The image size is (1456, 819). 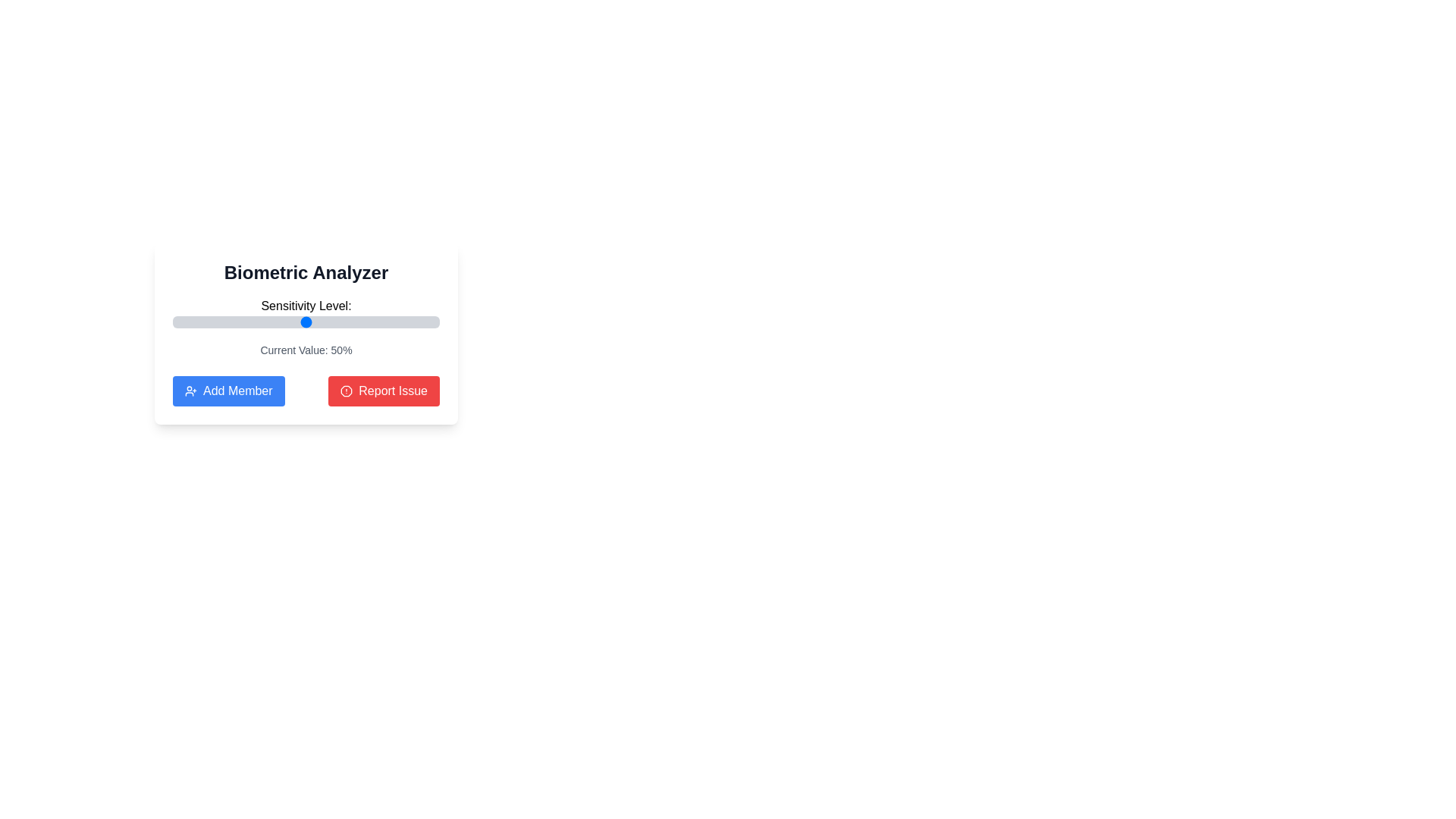 I want to click on the sensitivity level, so click(x=381, y=321).